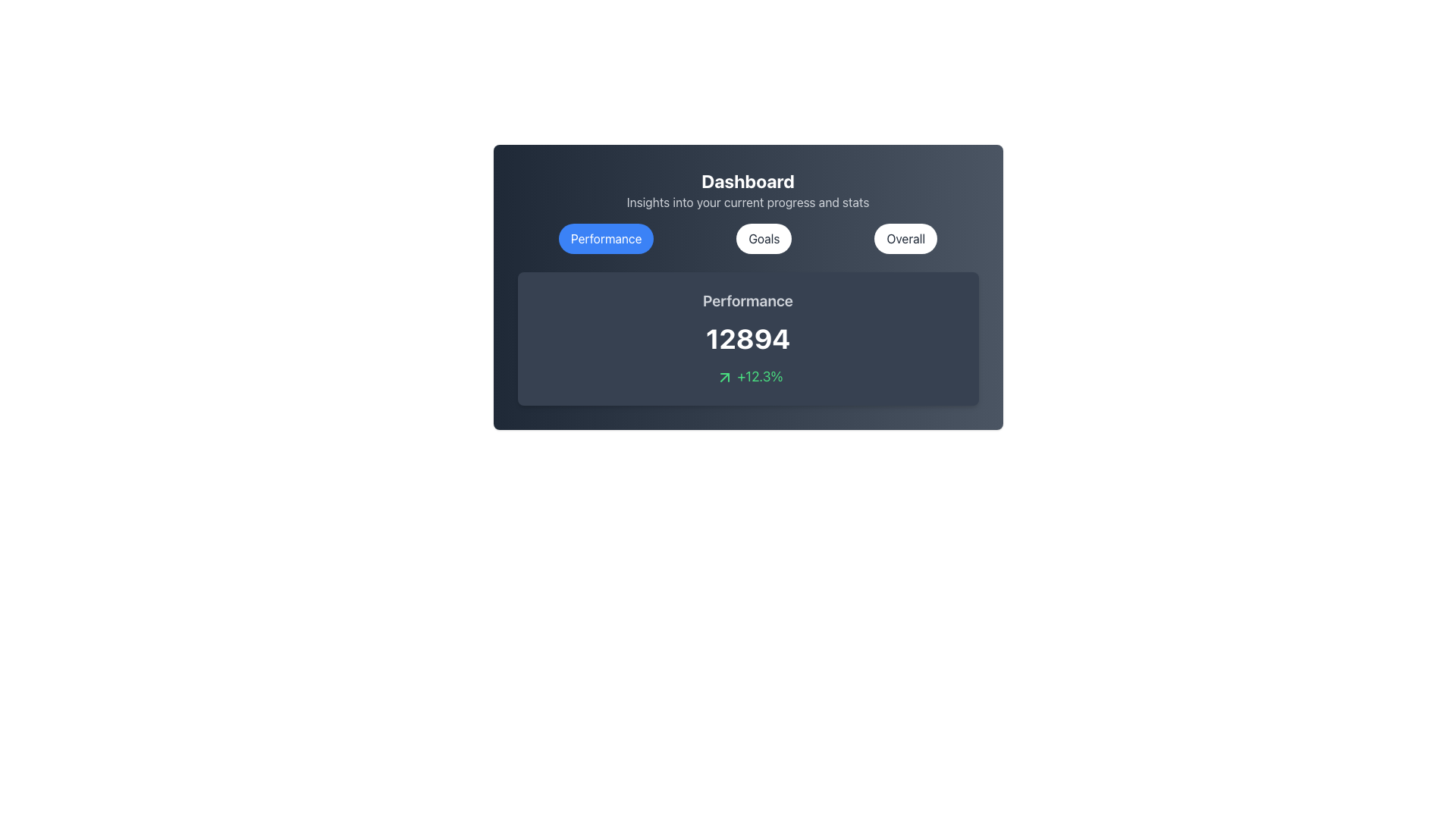 The image size is (1456, 819). Describe the element at coordinates (748, 201) in the screenshot. I see `the text element reading 'Insights into your current progress and stats,' which is styled in gray and positioned directly beneath the 'Dashboard' heading` at that location.